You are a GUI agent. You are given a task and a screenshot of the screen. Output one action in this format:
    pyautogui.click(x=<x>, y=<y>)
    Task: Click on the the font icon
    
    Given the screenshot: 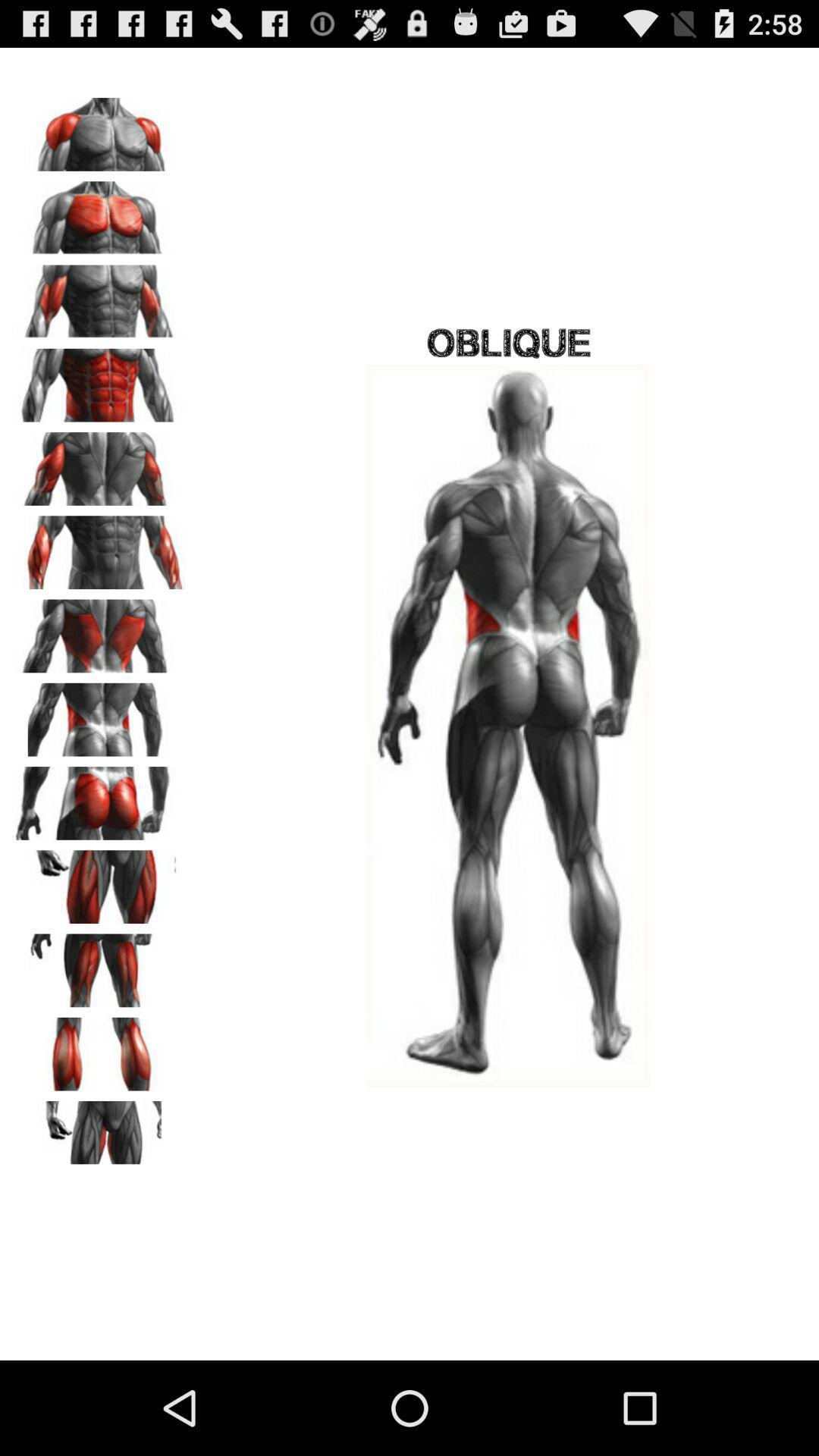 What is the action you would take?
    pyautogui.click(x=99, y=1032)
    